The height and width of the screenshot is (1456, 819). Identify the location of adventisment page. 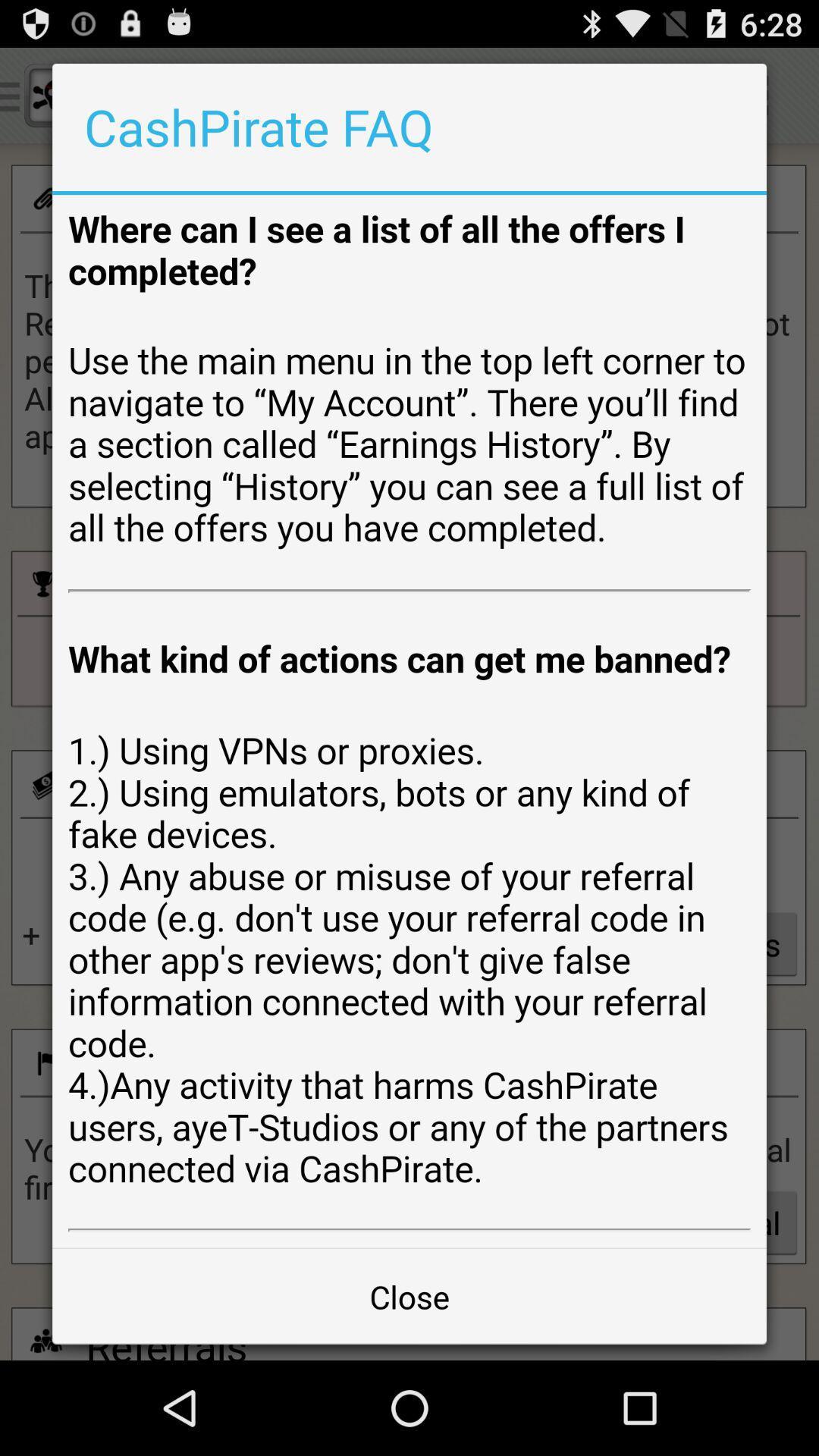
(409, 720).